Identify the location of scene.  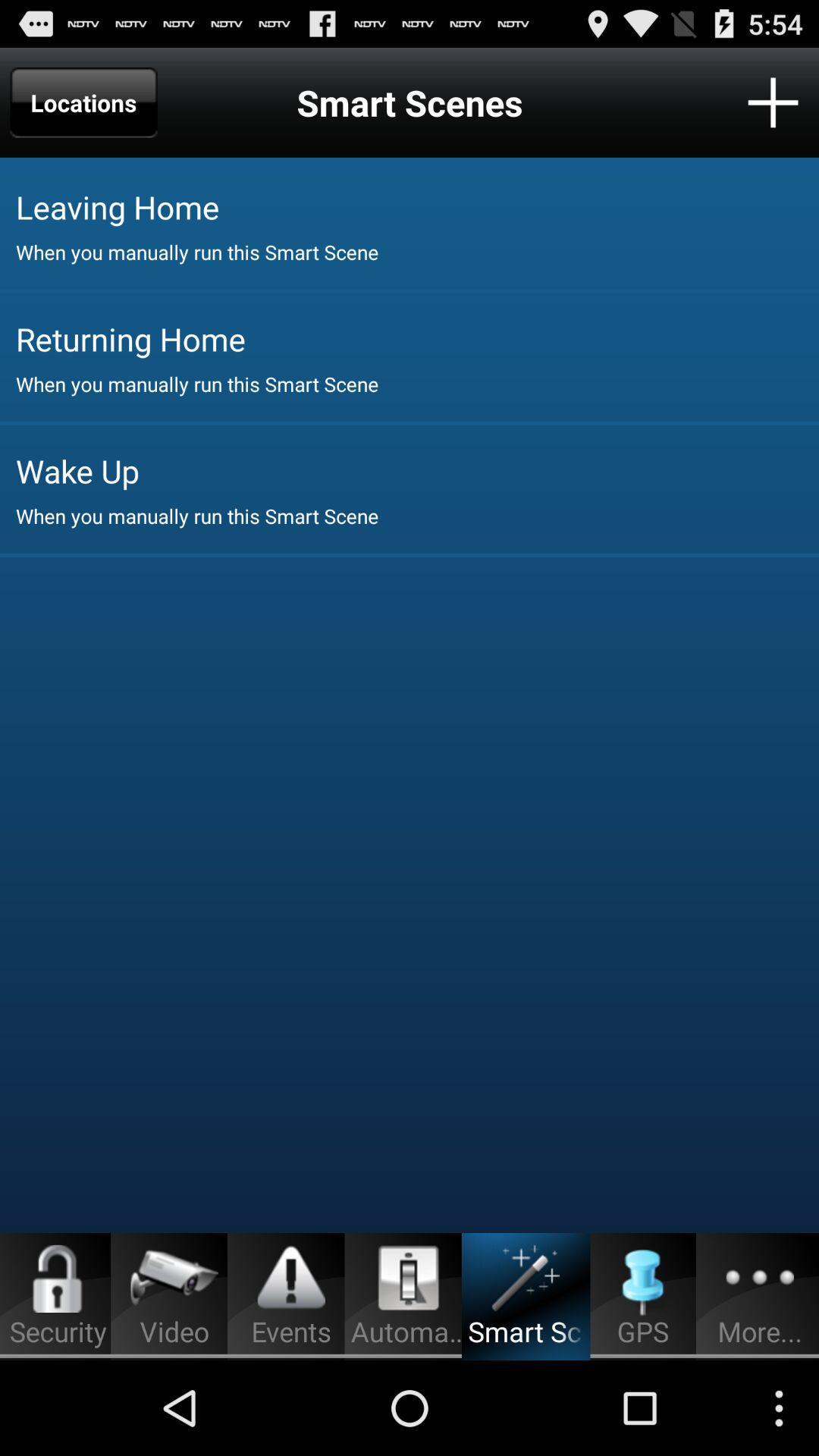
(773, 102).